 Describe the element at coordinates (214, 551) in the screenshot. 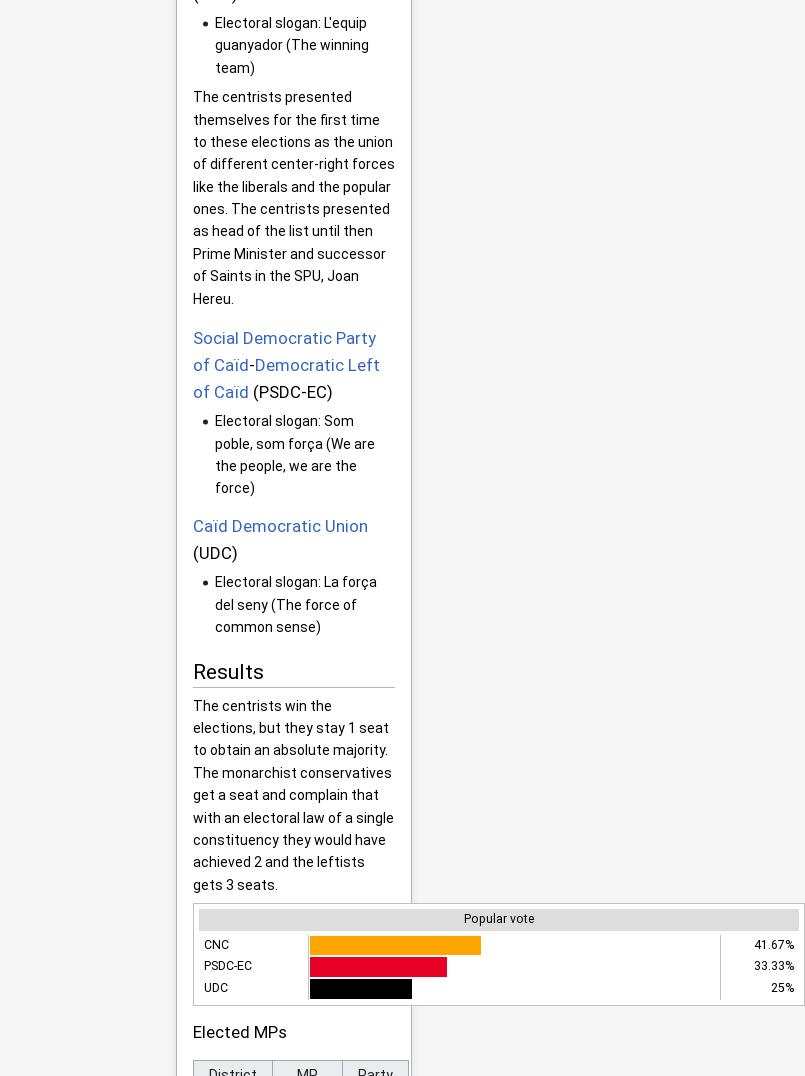

I see `'(UDC)'` at that location.